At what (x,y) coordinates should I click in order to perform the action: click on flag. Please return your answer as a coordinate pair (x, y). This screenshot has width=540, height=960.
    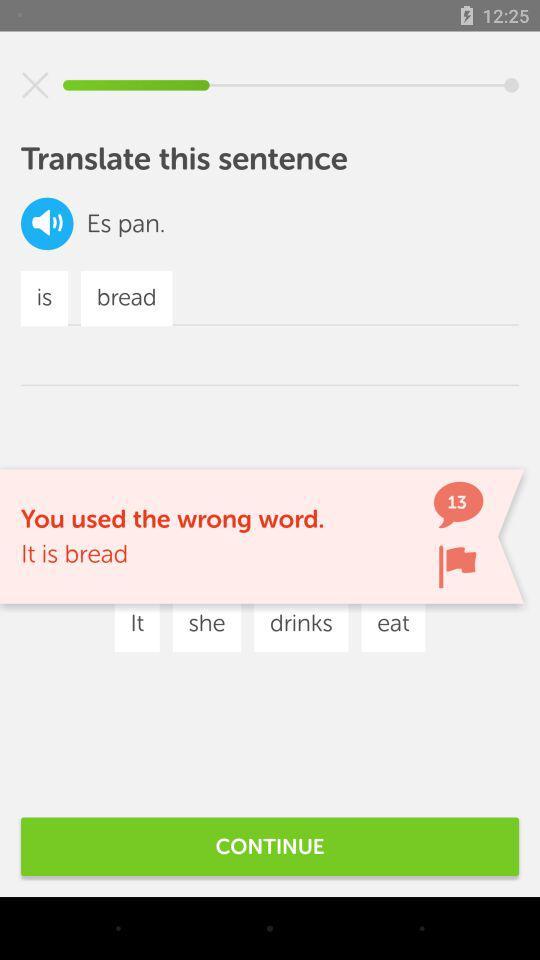
    Looking at the image, I should click on (457, 566).